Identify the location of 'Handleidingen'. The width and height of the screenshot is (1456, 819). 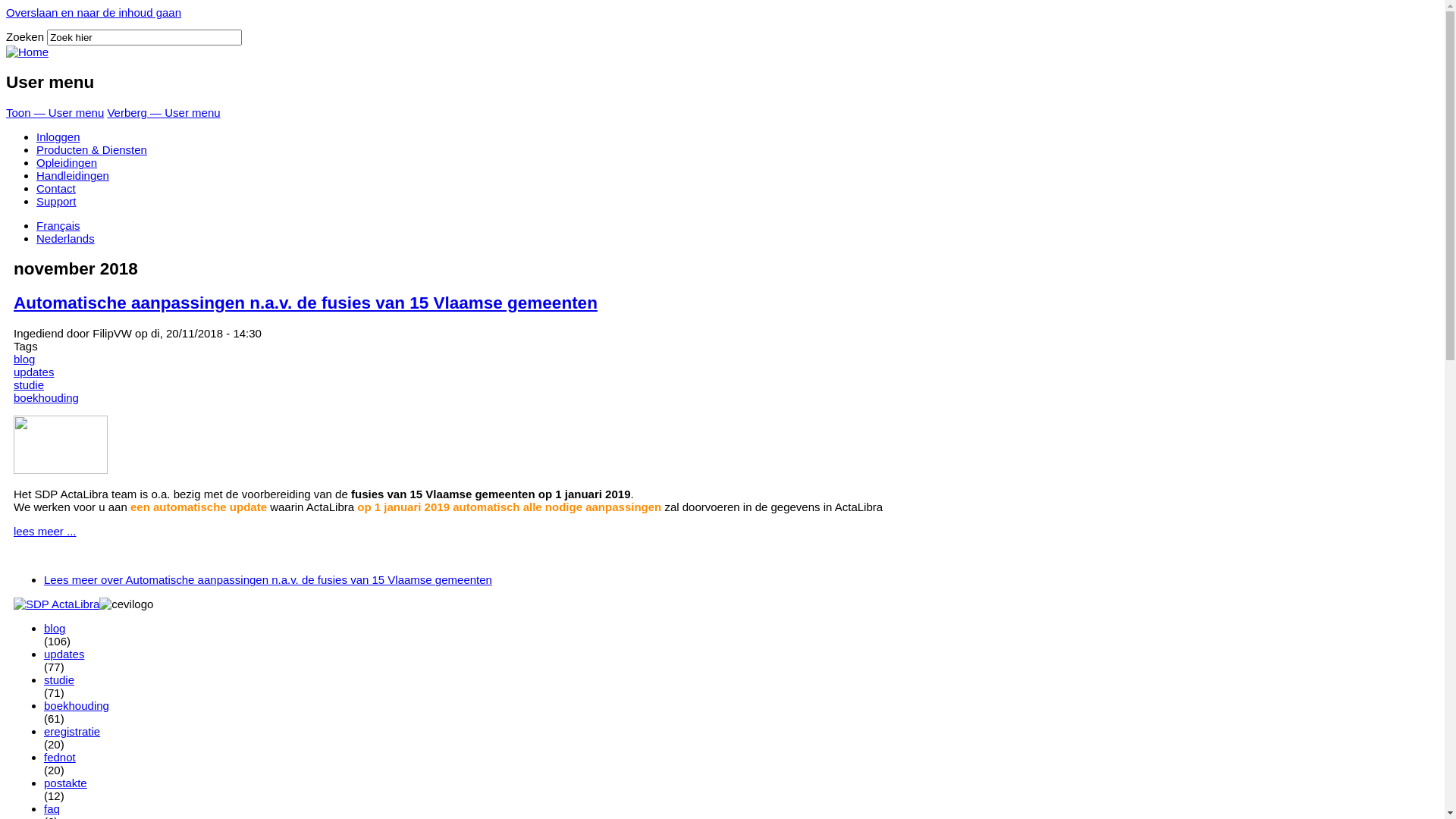
(72, 174).